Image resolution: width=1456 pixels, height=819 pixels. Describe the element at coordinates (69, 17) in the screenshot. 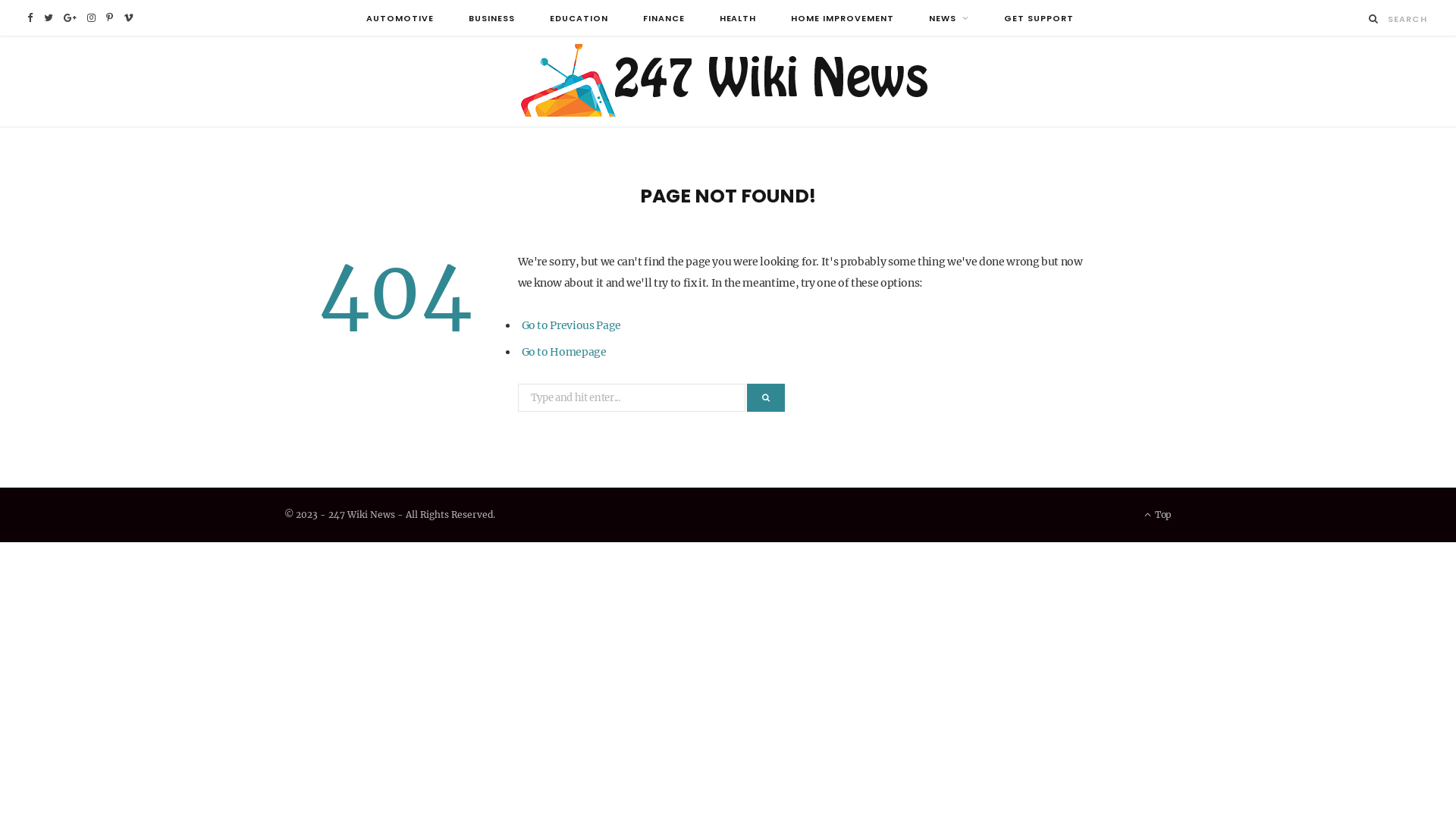

I see `'Google Plus'` at that location.